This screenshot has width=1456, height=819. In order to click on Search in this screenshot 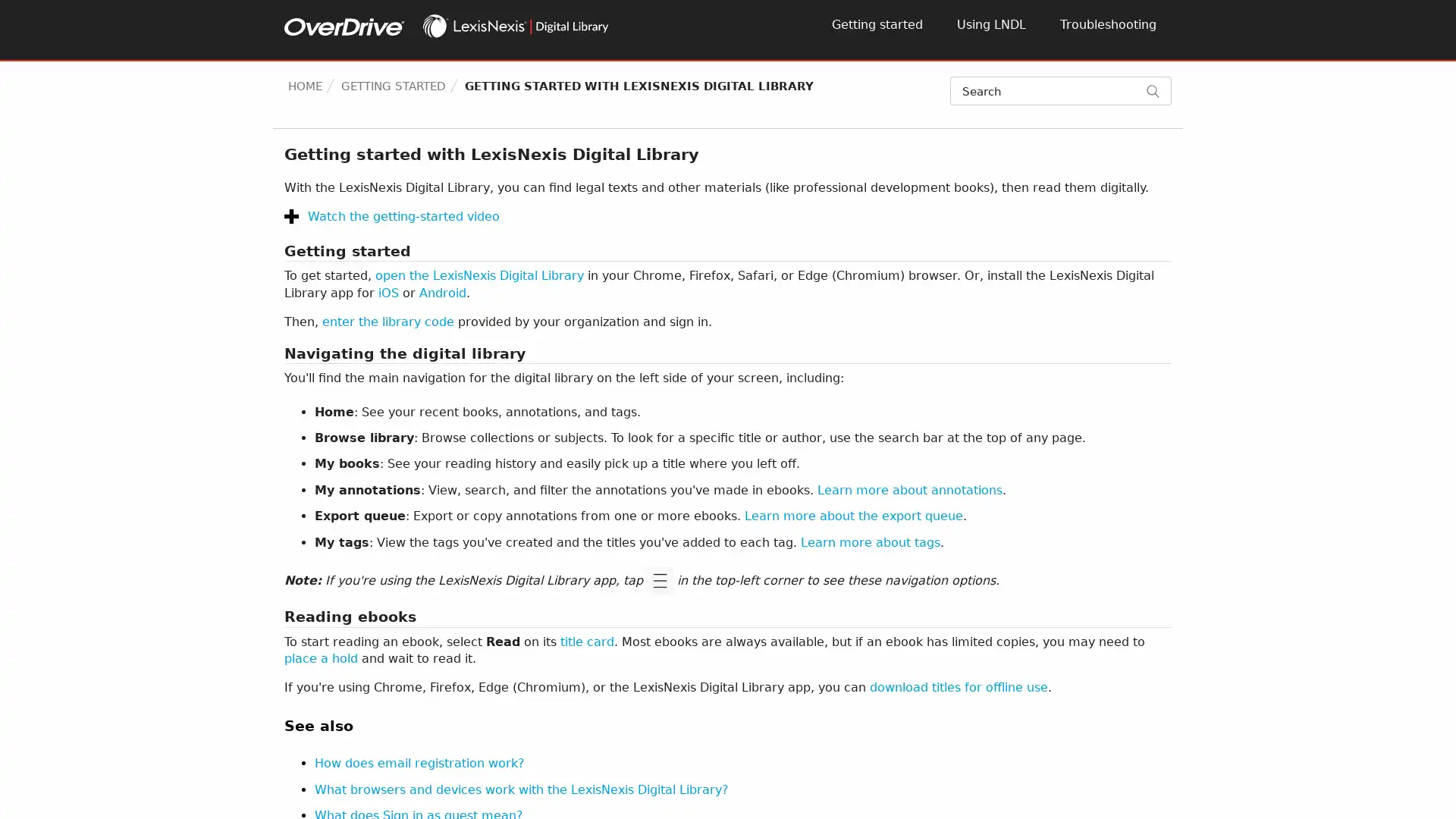, I will do `click(1158, 90)`.